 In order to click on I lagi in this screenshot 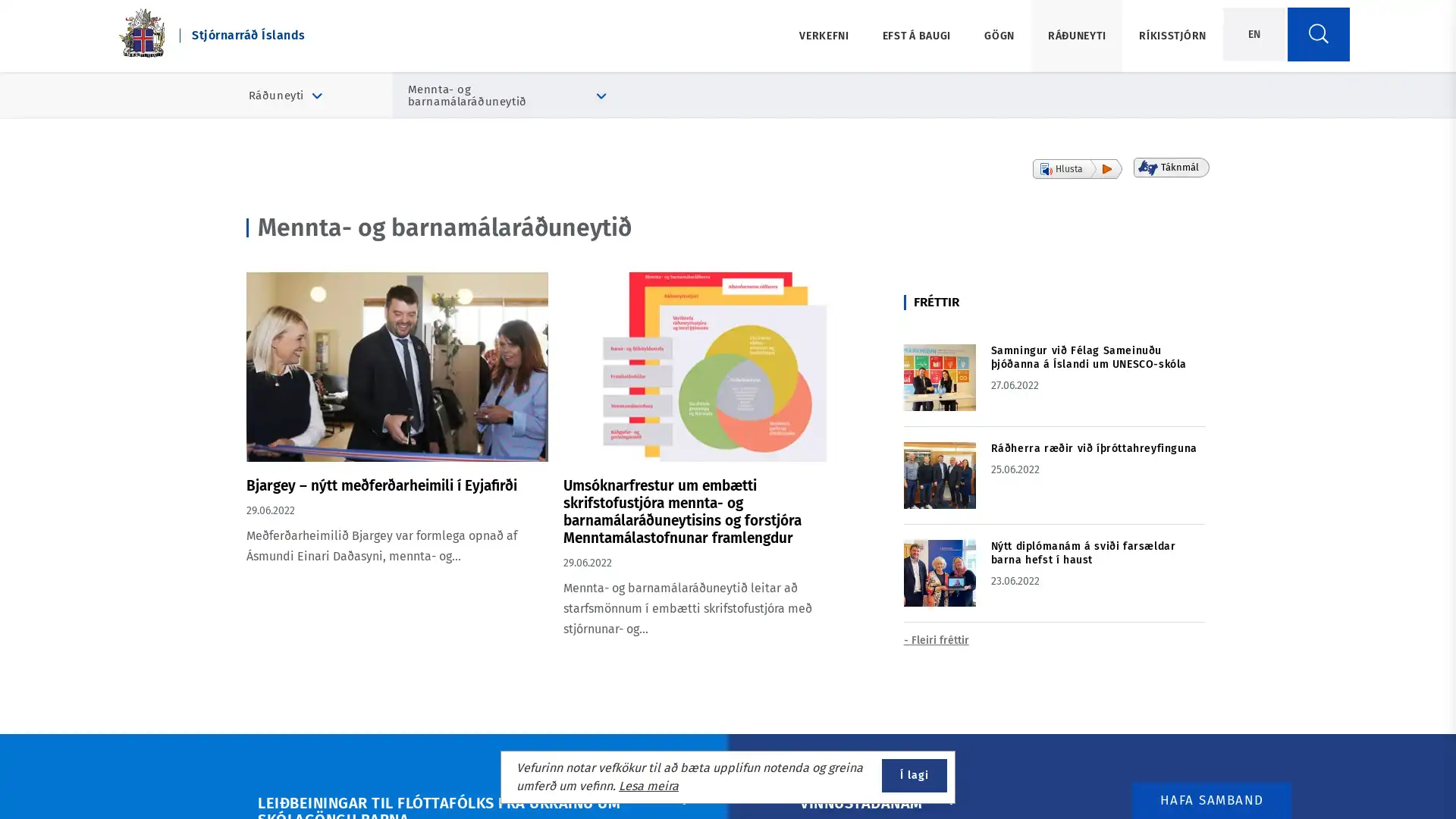, I will do `click(913, 775)`.